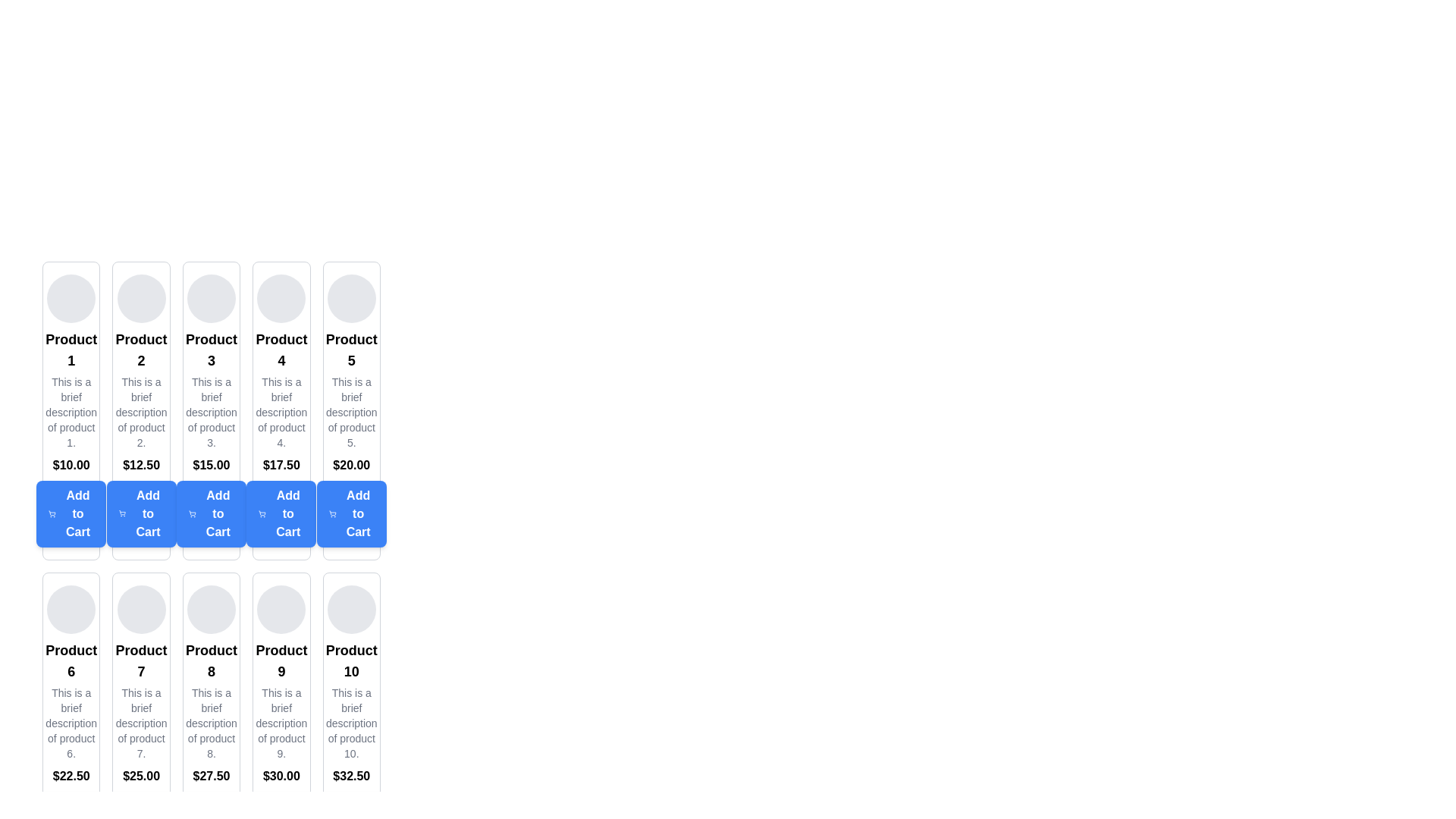 This screenshot has width=1456, height=819. I want to click on the text label displaying 'Product 7', which is bold and centered within the seventh card in the grid layout, so click(141, 660).